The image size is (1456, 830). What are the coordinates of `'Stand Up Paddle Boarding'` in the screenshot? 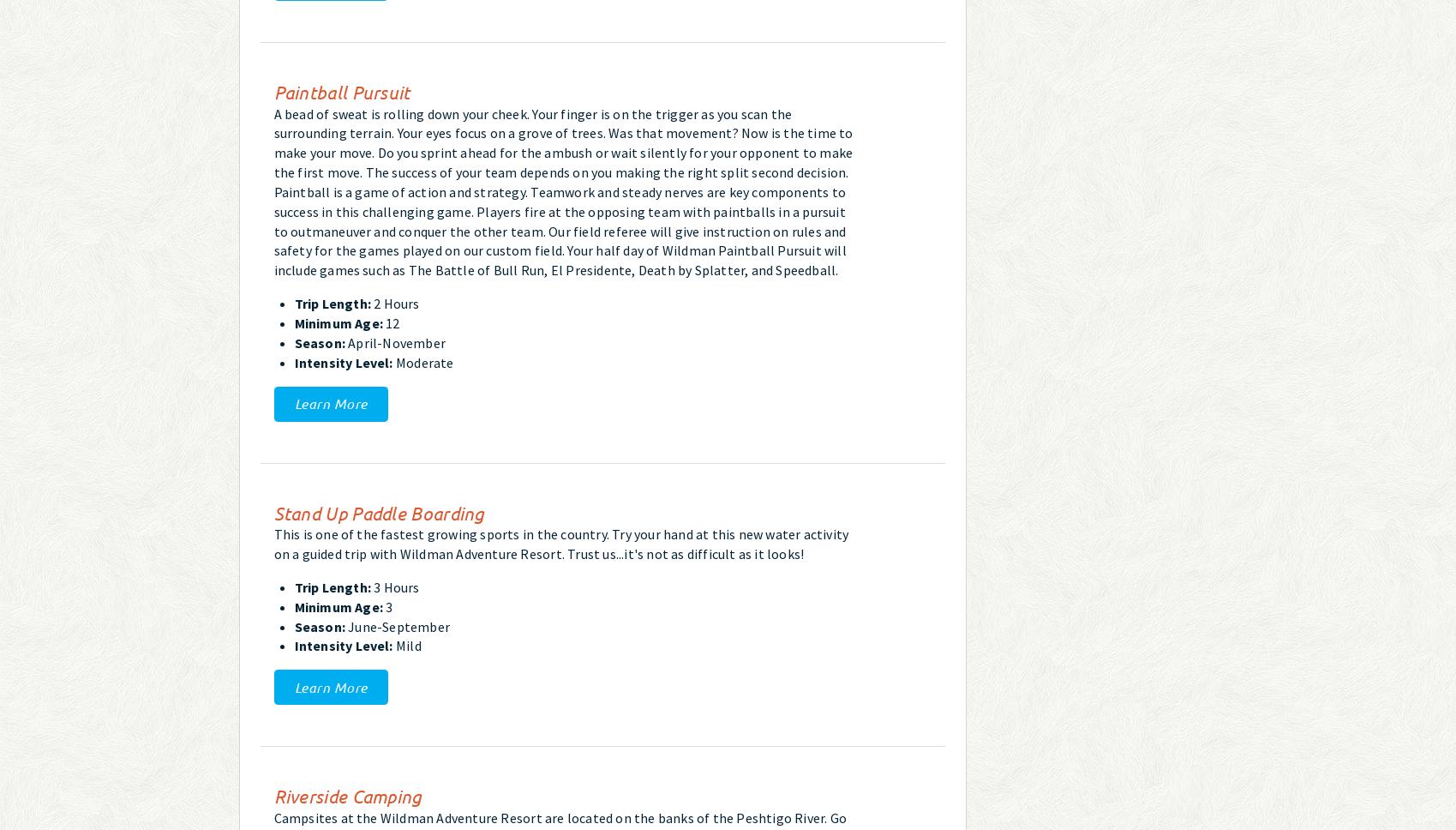 It's located at (273, 512).